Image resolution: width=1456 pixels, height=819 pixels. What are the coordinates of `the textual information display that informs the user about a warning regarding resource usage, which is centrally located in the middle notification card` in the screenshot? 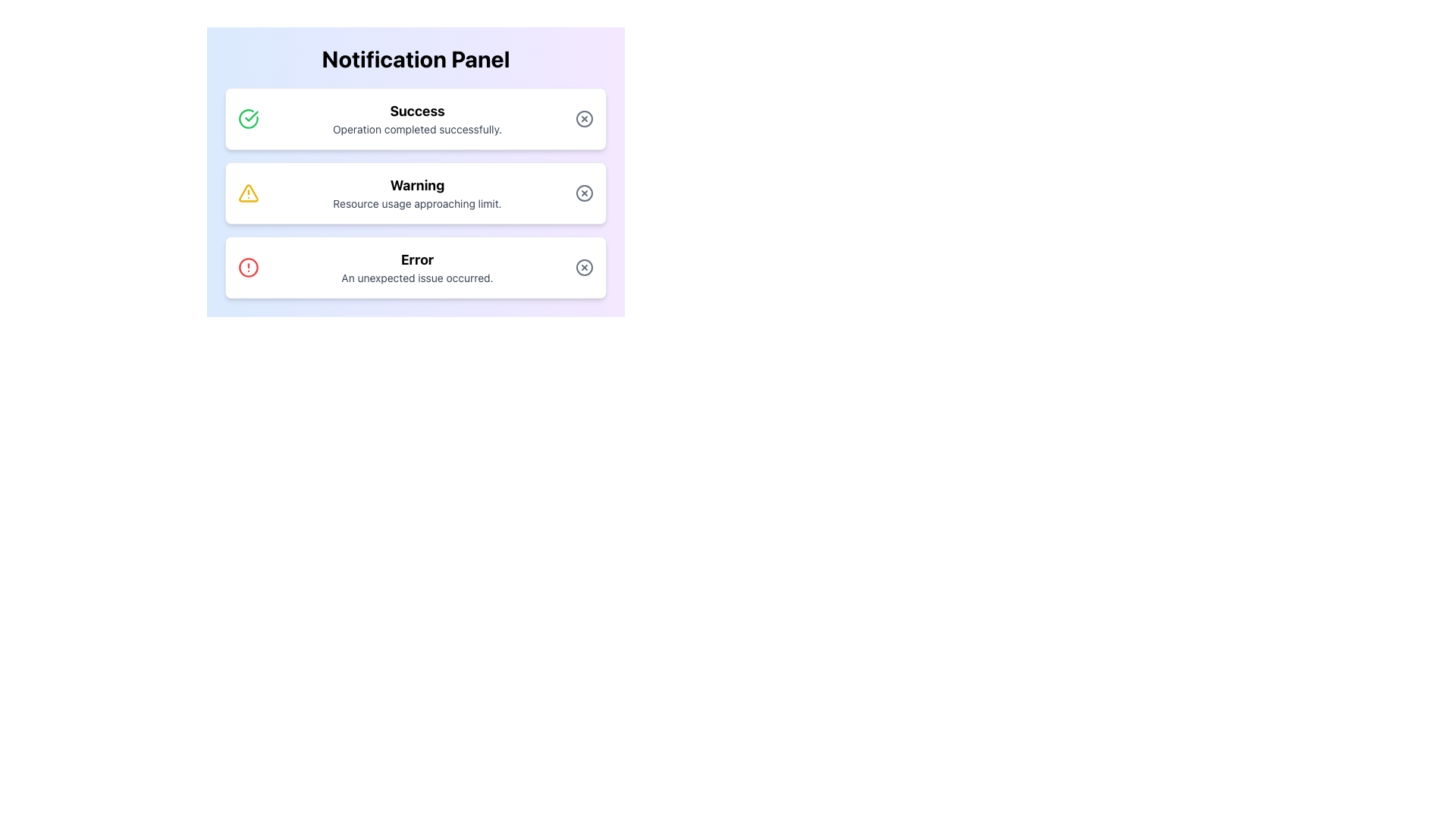 It's located at (417, 192).